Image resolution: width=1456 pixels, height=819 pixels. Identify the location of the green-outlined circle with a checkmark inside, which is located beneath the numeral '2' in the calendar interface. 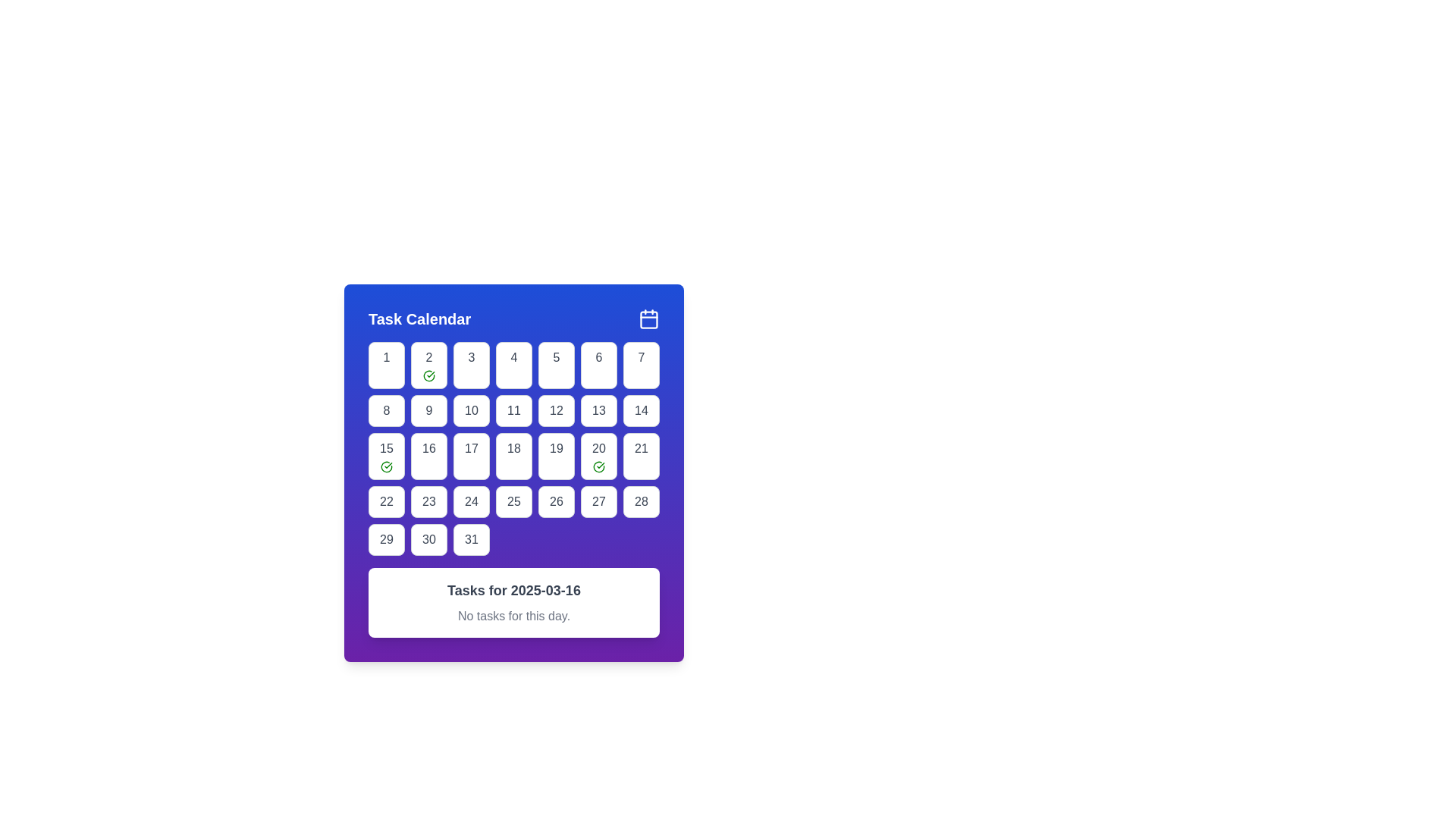
(428, 375).